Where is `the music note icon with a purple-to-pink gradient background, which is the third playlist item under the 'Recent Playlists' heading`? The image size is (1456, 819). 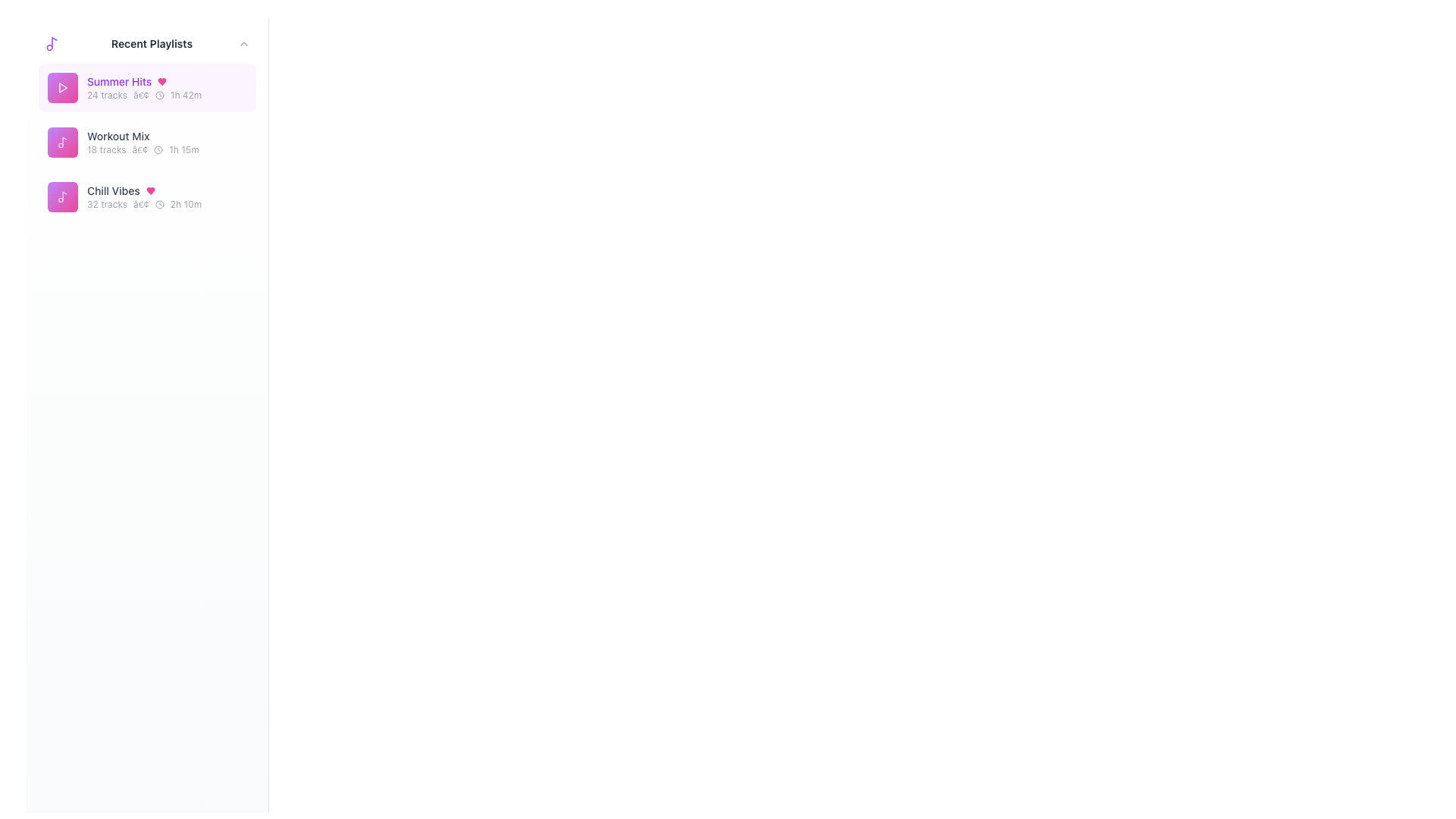
the music note icon with a purple-to-pink gradient background, which is the third playlist item under the 'Recent Playlists' heading is located at coordinates (61, 196).